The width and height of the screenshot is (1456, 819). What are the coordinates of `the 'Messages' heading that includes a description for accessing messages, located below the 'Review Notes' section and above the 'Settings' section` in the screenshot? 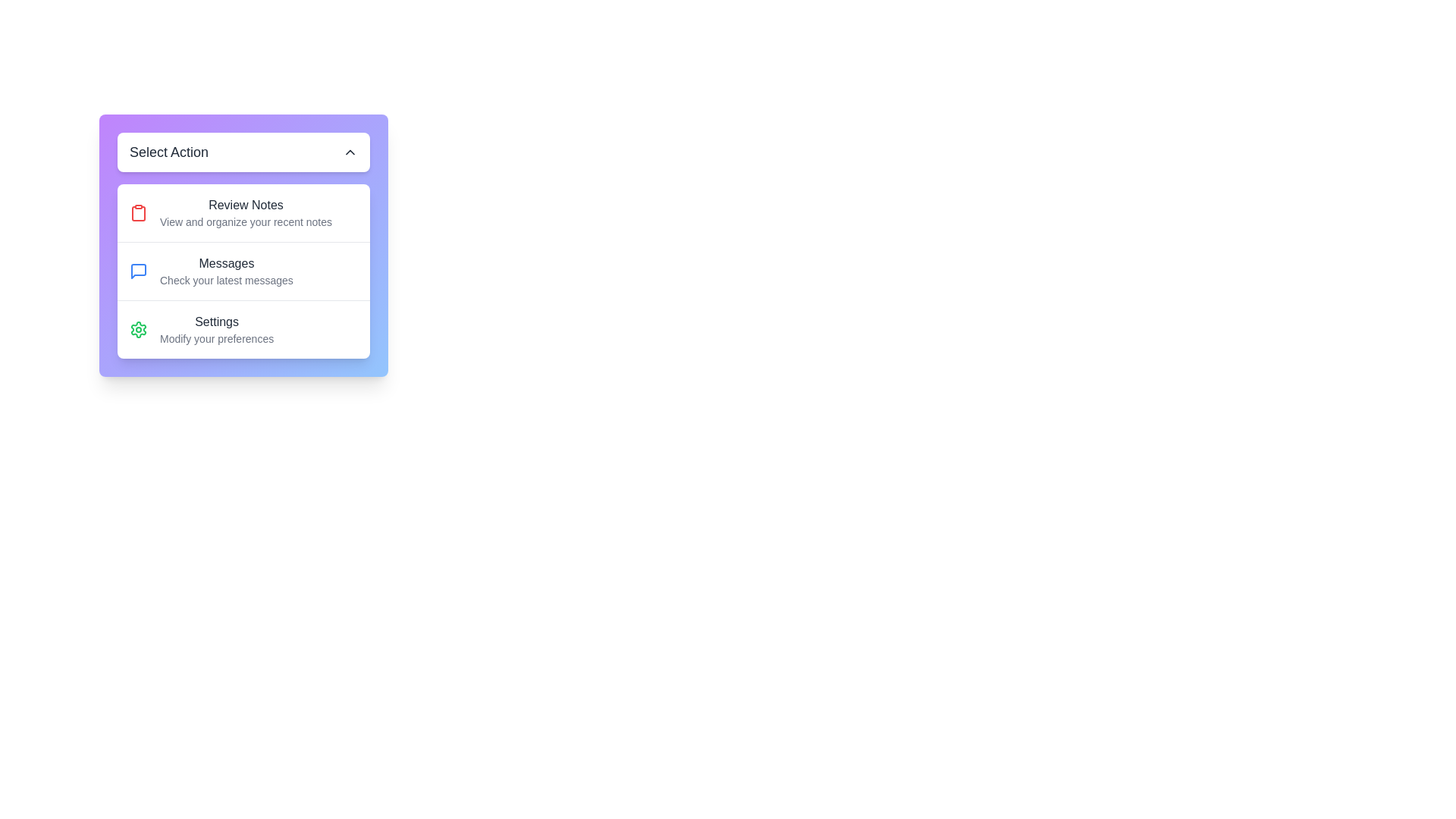 It's located at (225, 271).